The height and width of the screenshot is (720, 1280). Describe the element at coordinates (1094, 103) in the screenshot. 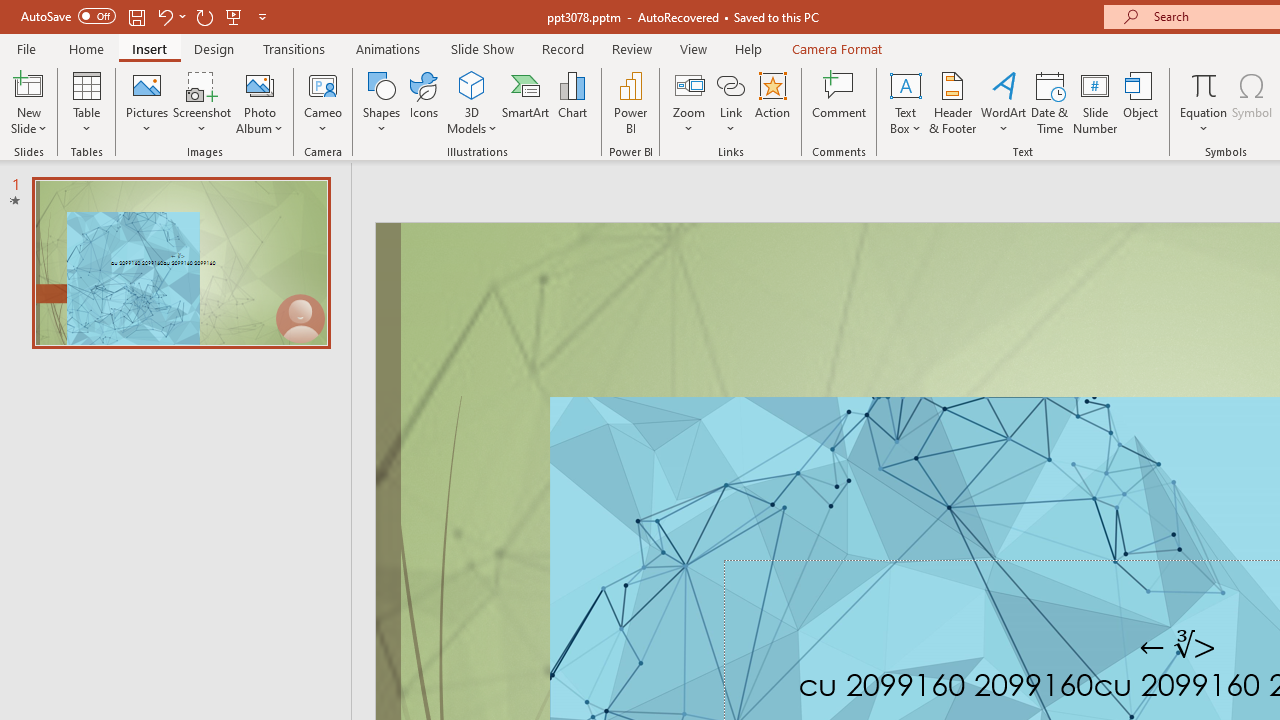

I see `'Slide Number'` at that location.